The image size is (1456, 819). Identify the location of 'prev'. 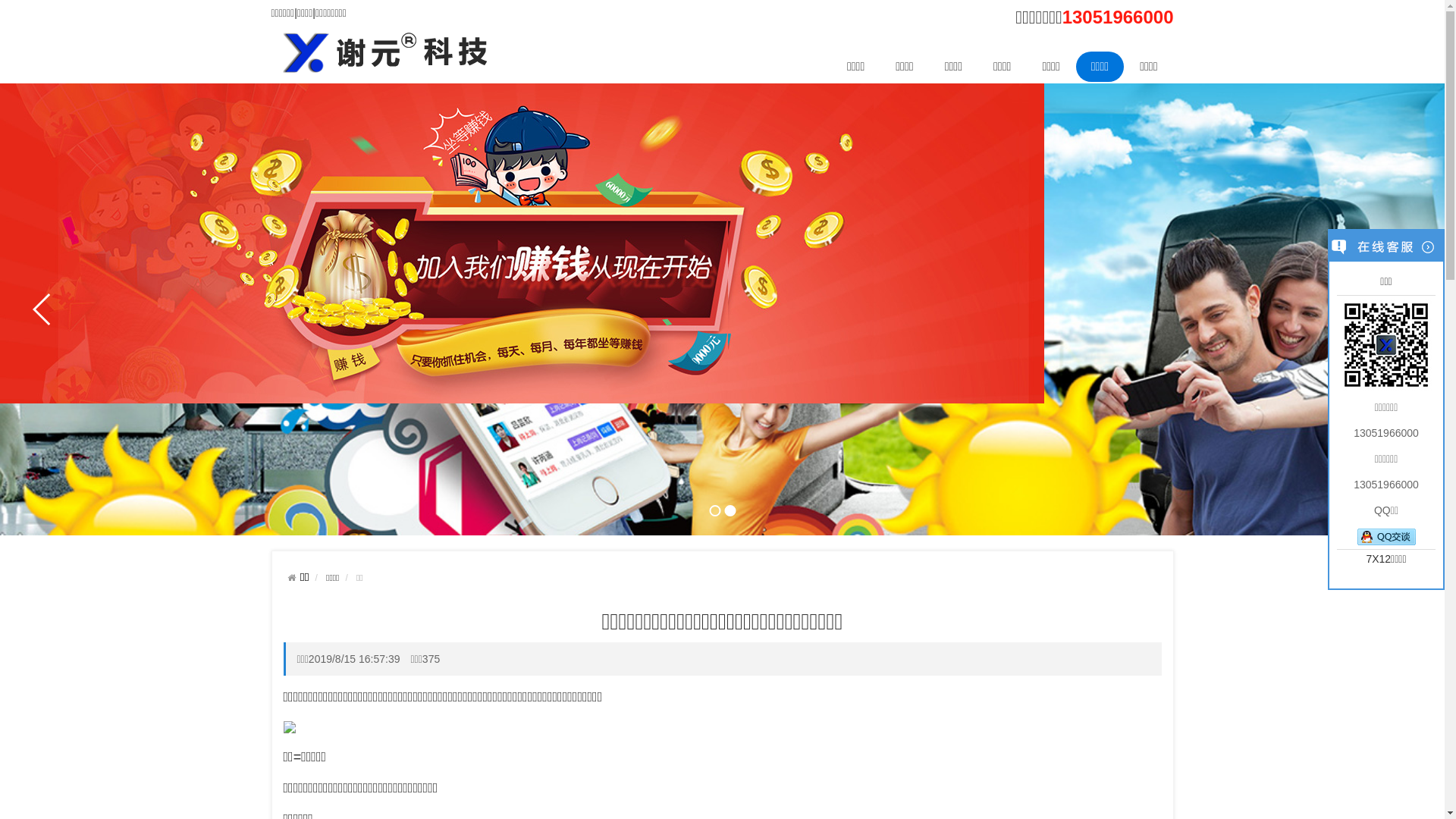
(42, 309).